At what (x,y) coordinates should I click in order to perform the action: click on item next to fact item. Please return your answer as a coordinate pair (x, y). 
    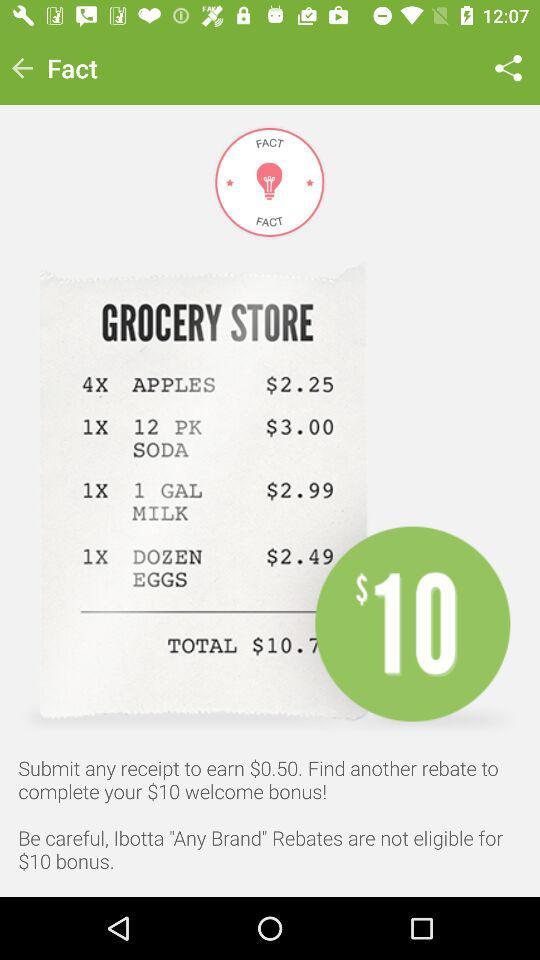
    Looking at the image, I should click on (508, 68).